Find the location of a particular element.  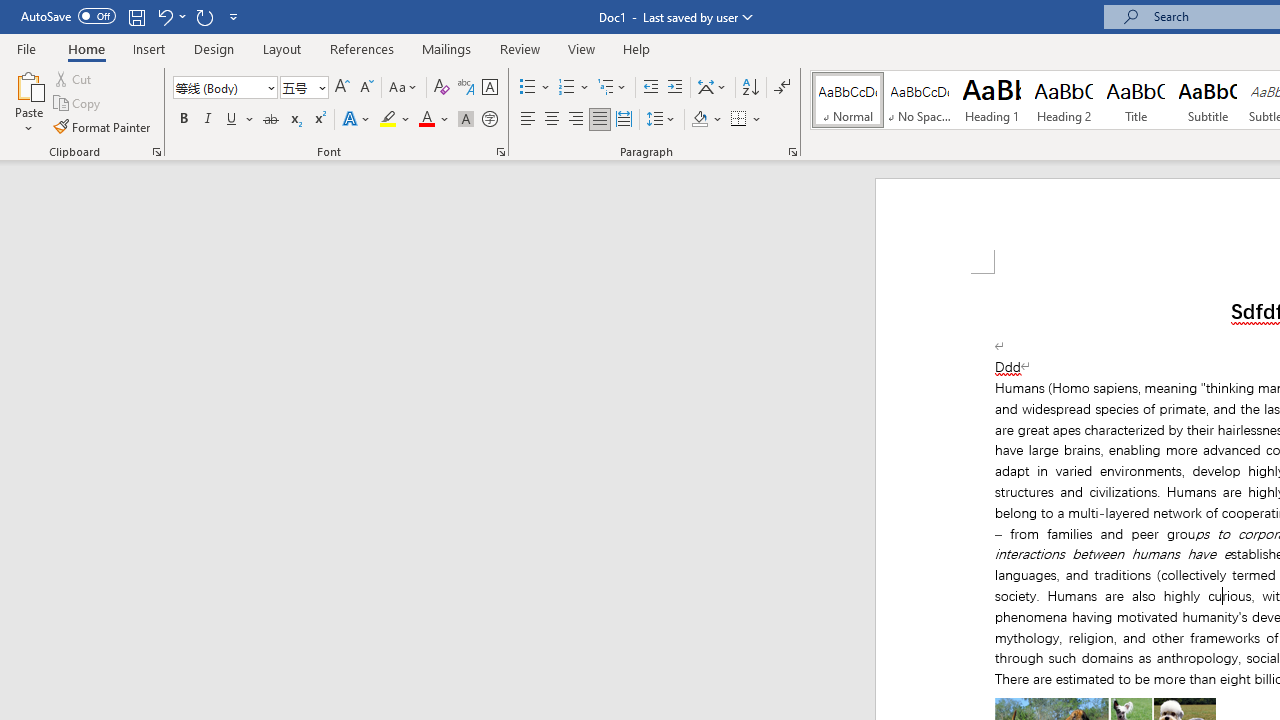

'Distributed' is located at coordinates (623, 119).